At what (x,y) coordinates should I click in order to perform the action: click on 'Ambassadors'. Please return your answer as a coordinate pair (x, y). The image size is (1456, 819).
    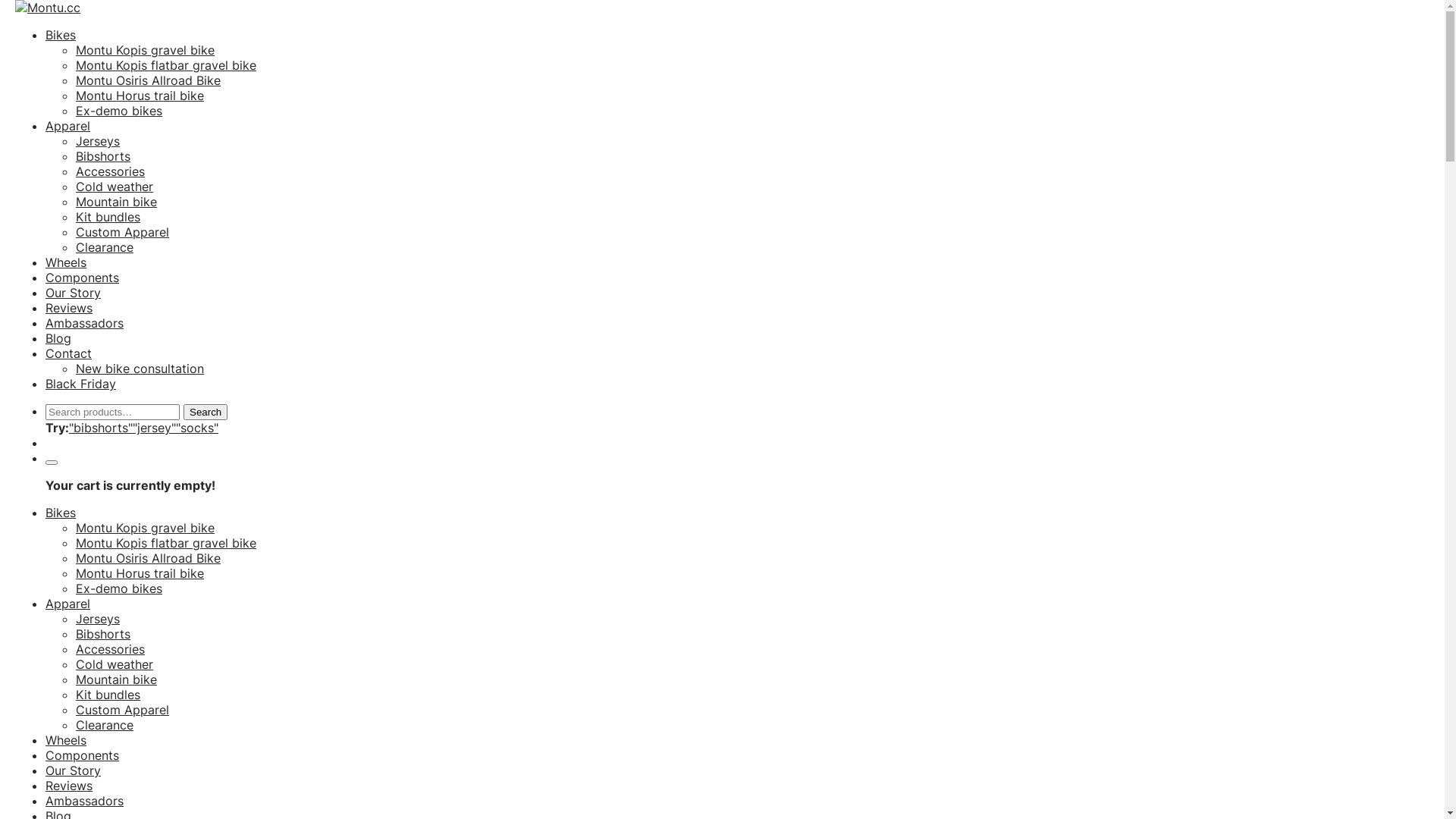
    Looking at the image, I should click on (83, 322).